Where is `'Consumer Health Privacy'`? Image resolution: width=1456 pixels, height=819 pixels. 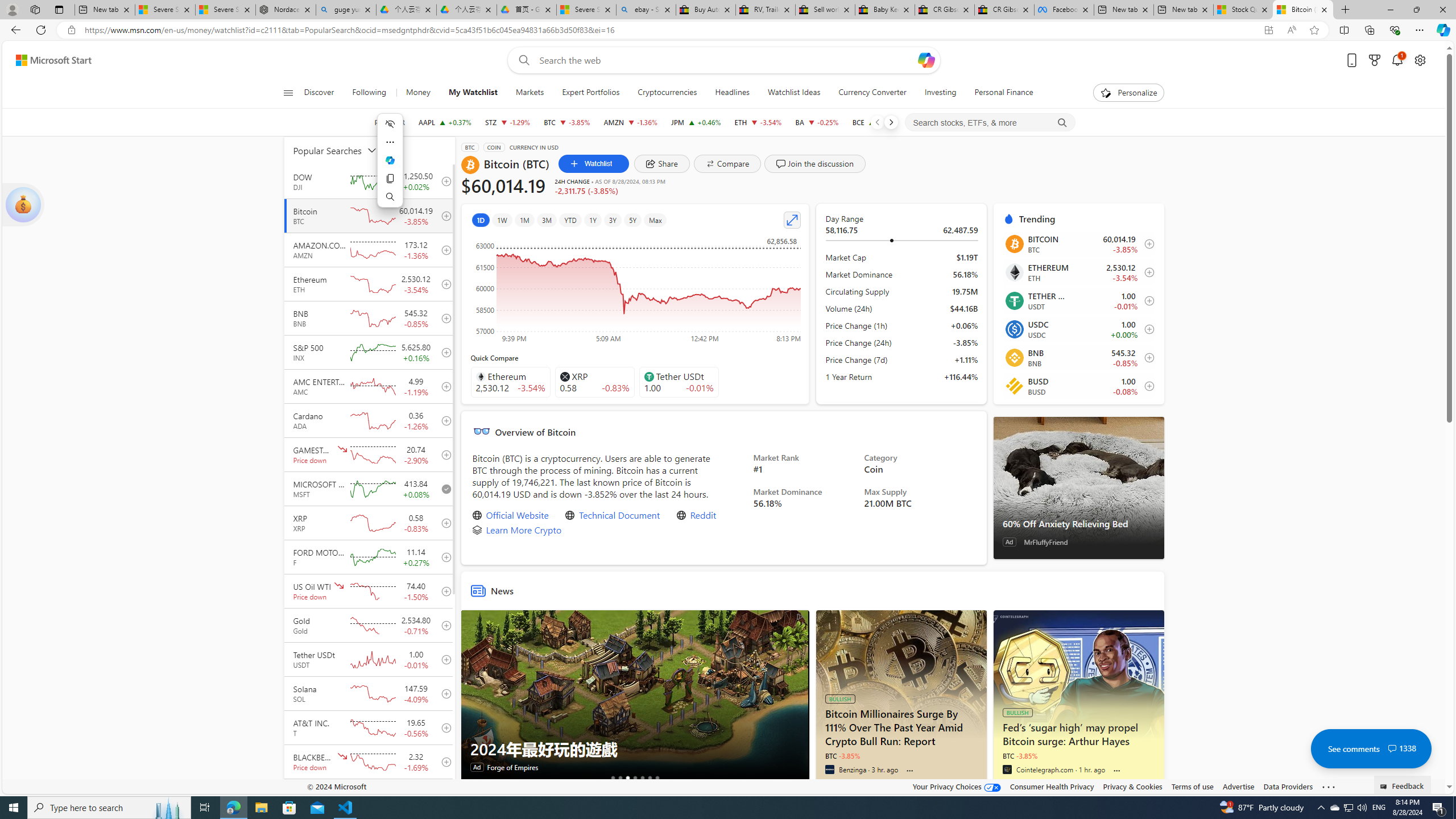
'Consumer Health Privacy' is located at coordinates (1051, 786).